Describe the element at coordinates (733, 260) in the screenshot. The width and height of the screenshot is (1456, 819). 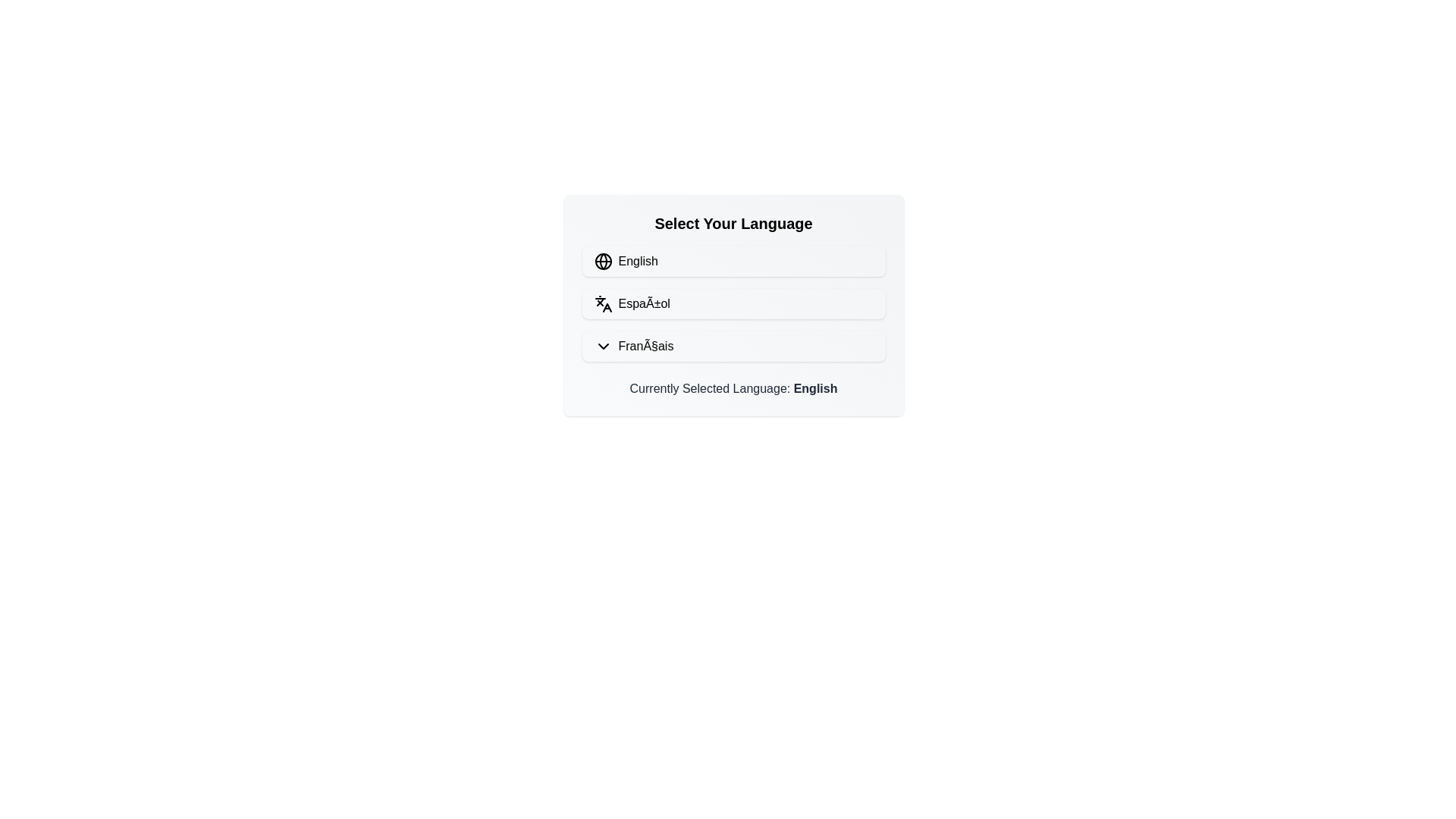
I see `the 'English' language selection button located directly below the title 'Select Your Language.'` at that location.